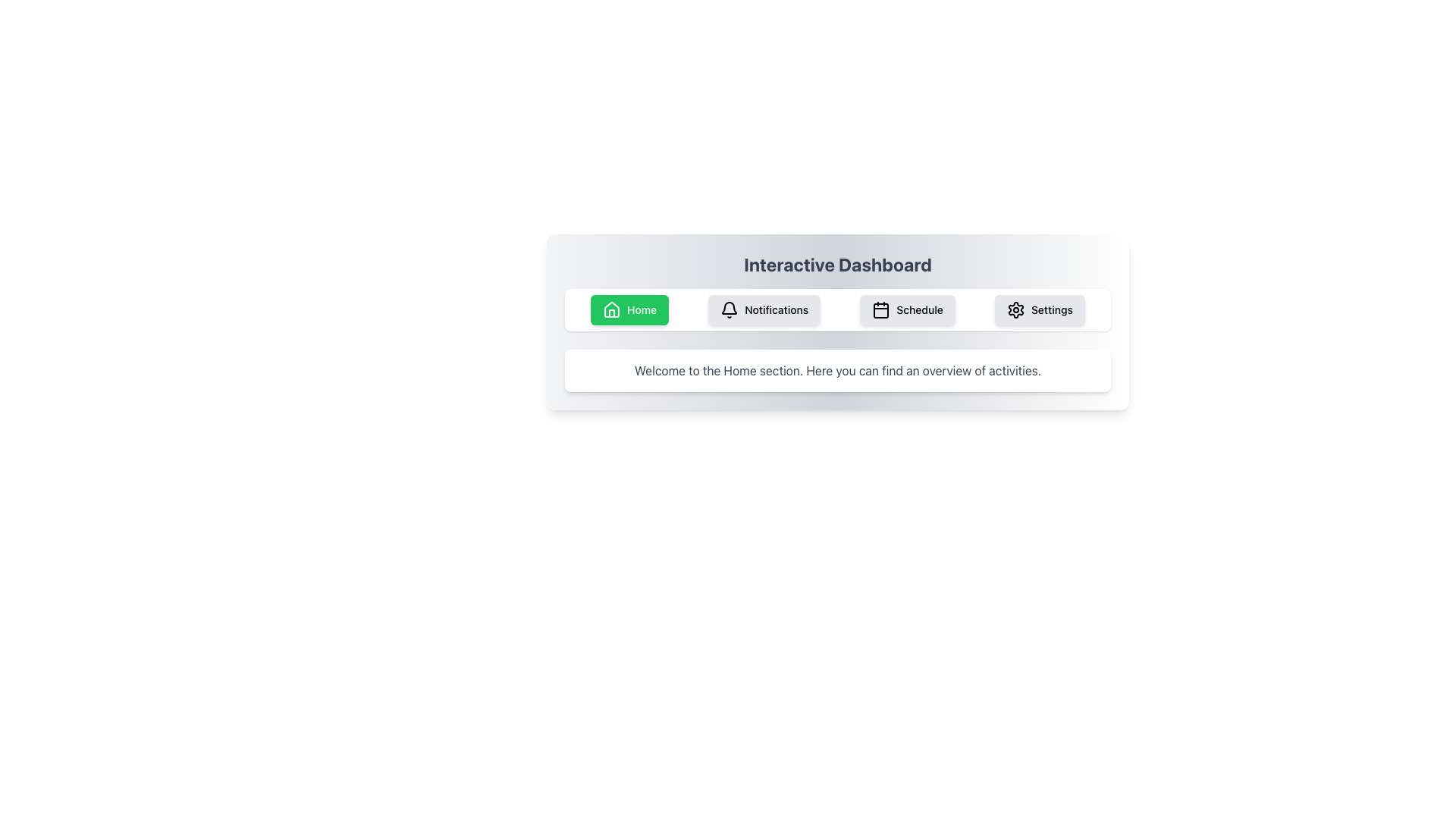 The width and height of the screenshot is (1456, 819). Describe the element at coordinates (629, 309) in the screenshot. I see `the first button in the horizontal set under the title section labeled 'Interactive Dashboard'` at that location.